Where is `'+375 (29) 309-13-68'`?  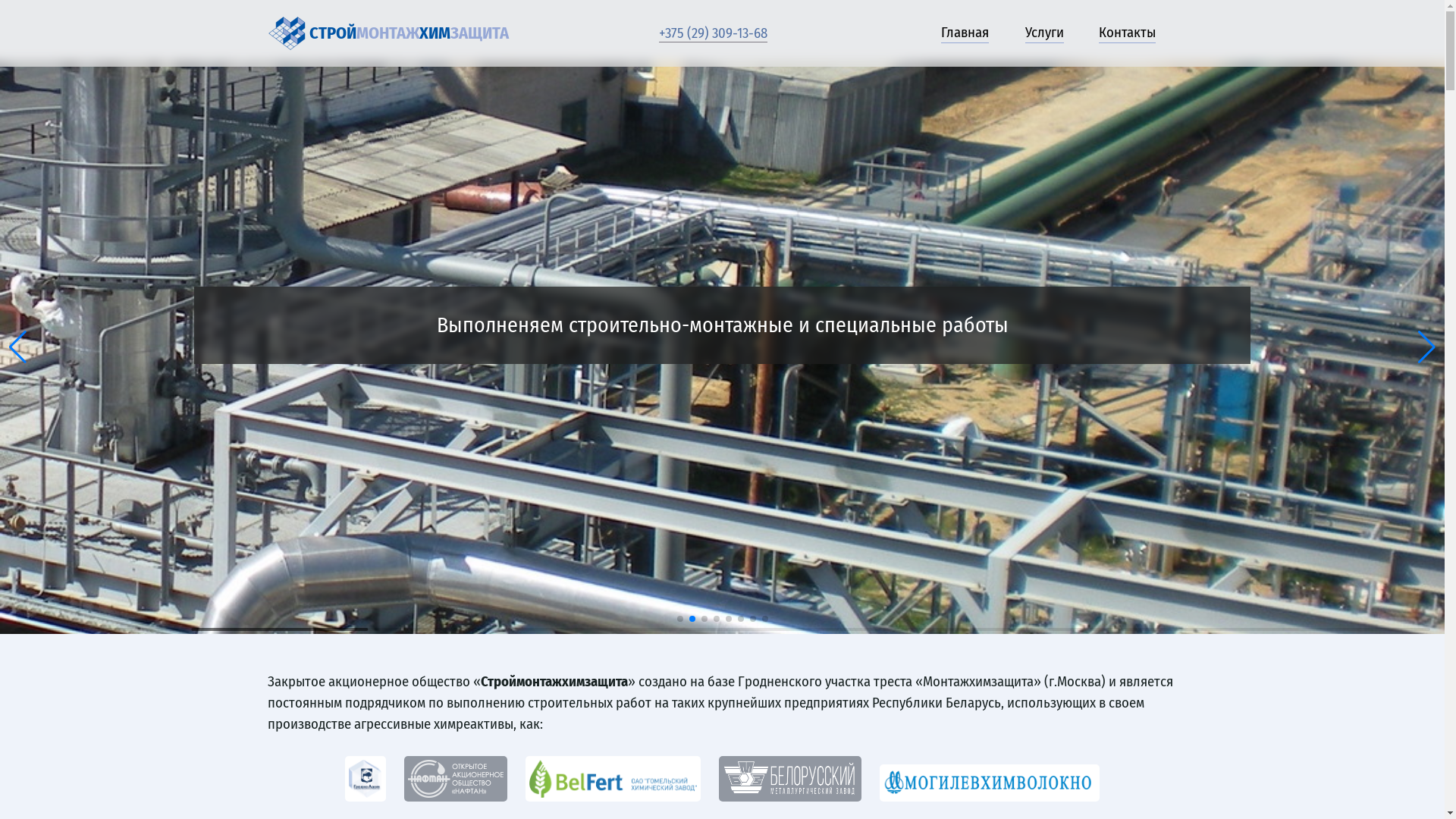
'+375 (29) 309-13-68' is located at coordinates (712, 33).